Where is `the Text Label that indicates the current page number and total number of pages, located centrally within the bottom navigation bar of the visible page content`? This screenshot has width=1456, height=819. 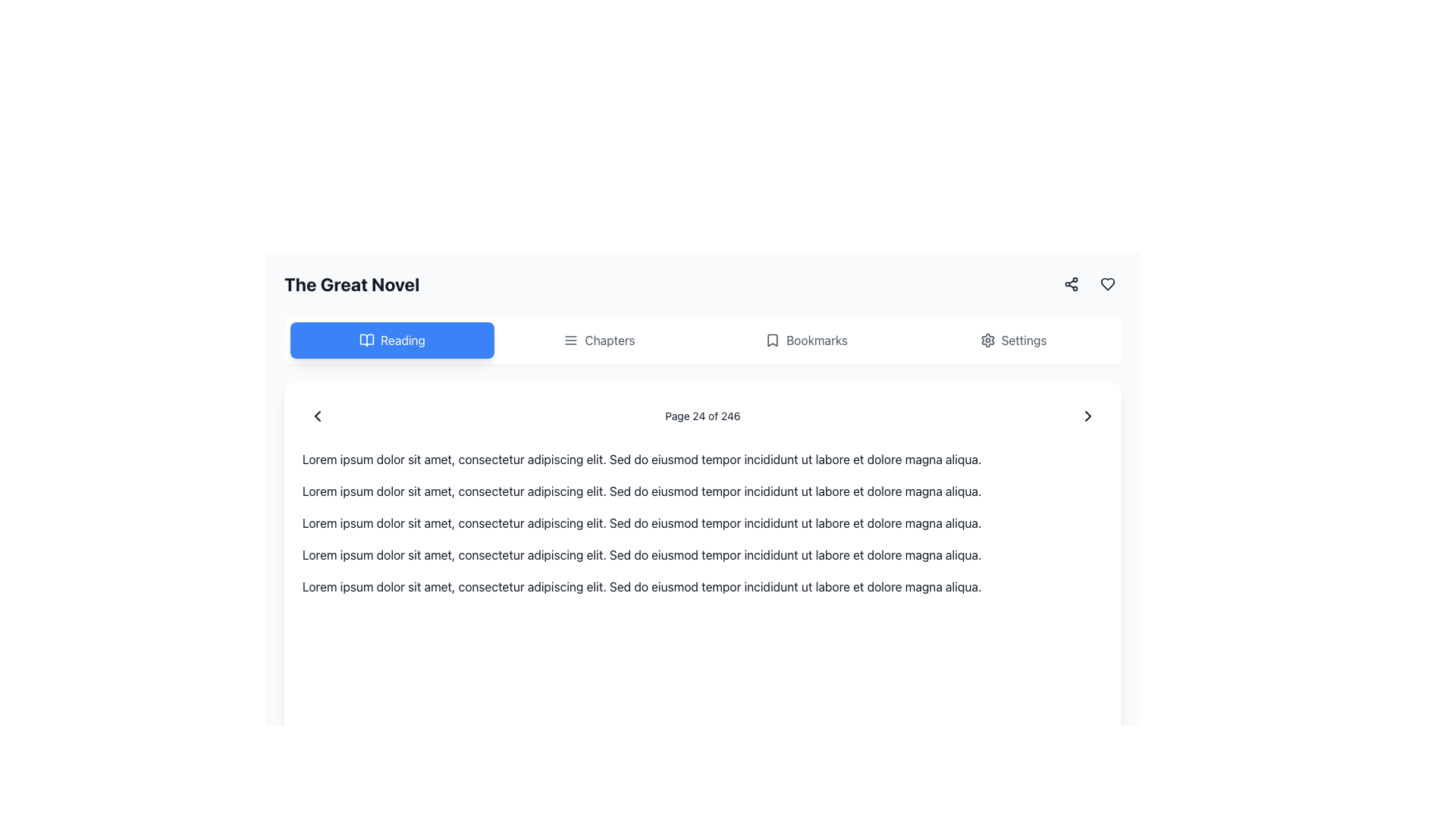 the Text Label that indicates the current page number and total number of pages, located centrally within the bottom navigation bar of the visible page content is located at coordinates (701, 416).